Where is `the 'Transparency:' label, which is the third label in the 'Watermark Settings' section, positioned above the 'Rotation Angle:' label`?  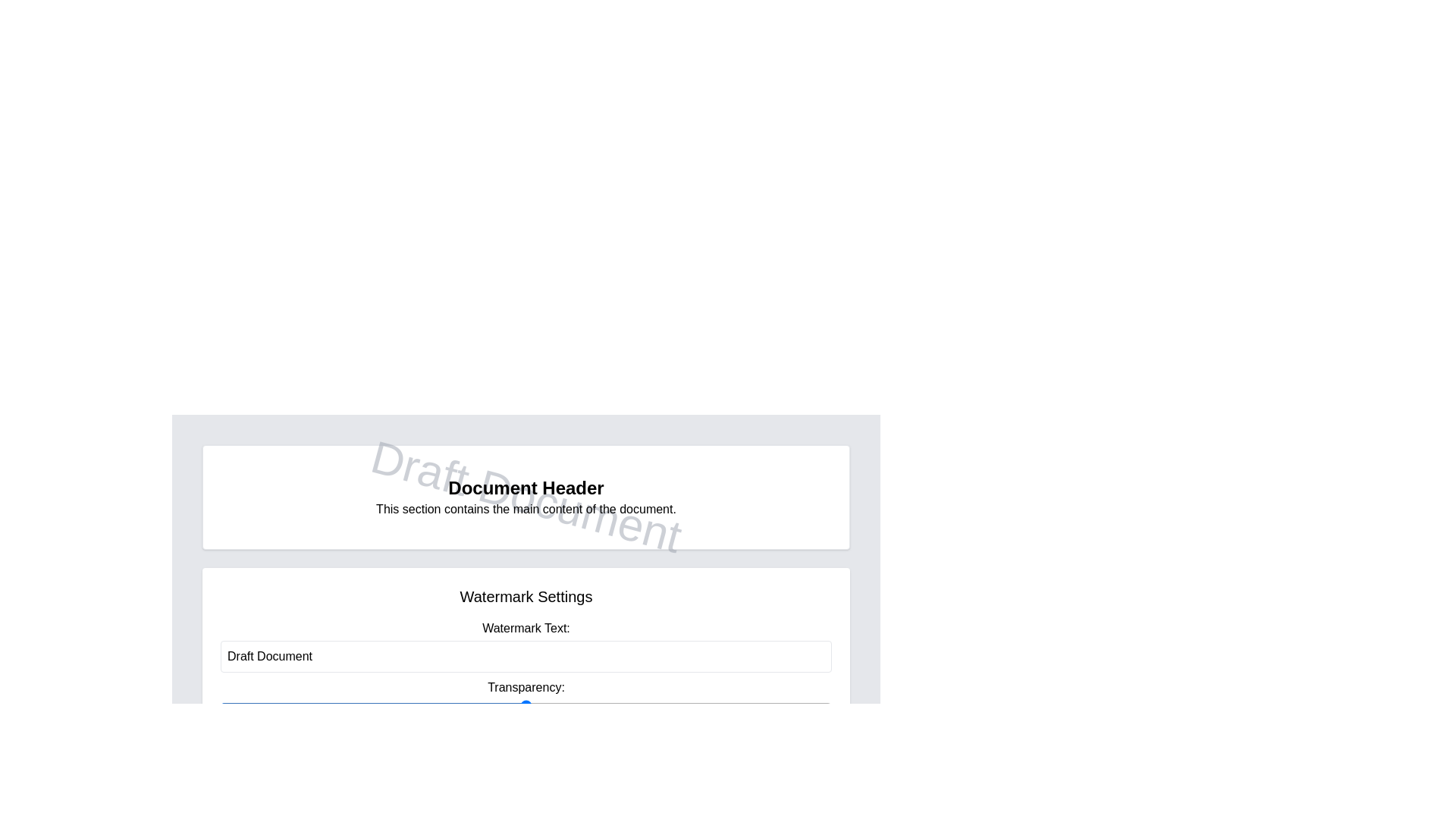 the 'Transparency:' label, which is the third label in the 'Watermark Settings' section, positioned above the 'Rotation Angle:' label is located at coordinates (526, 695).